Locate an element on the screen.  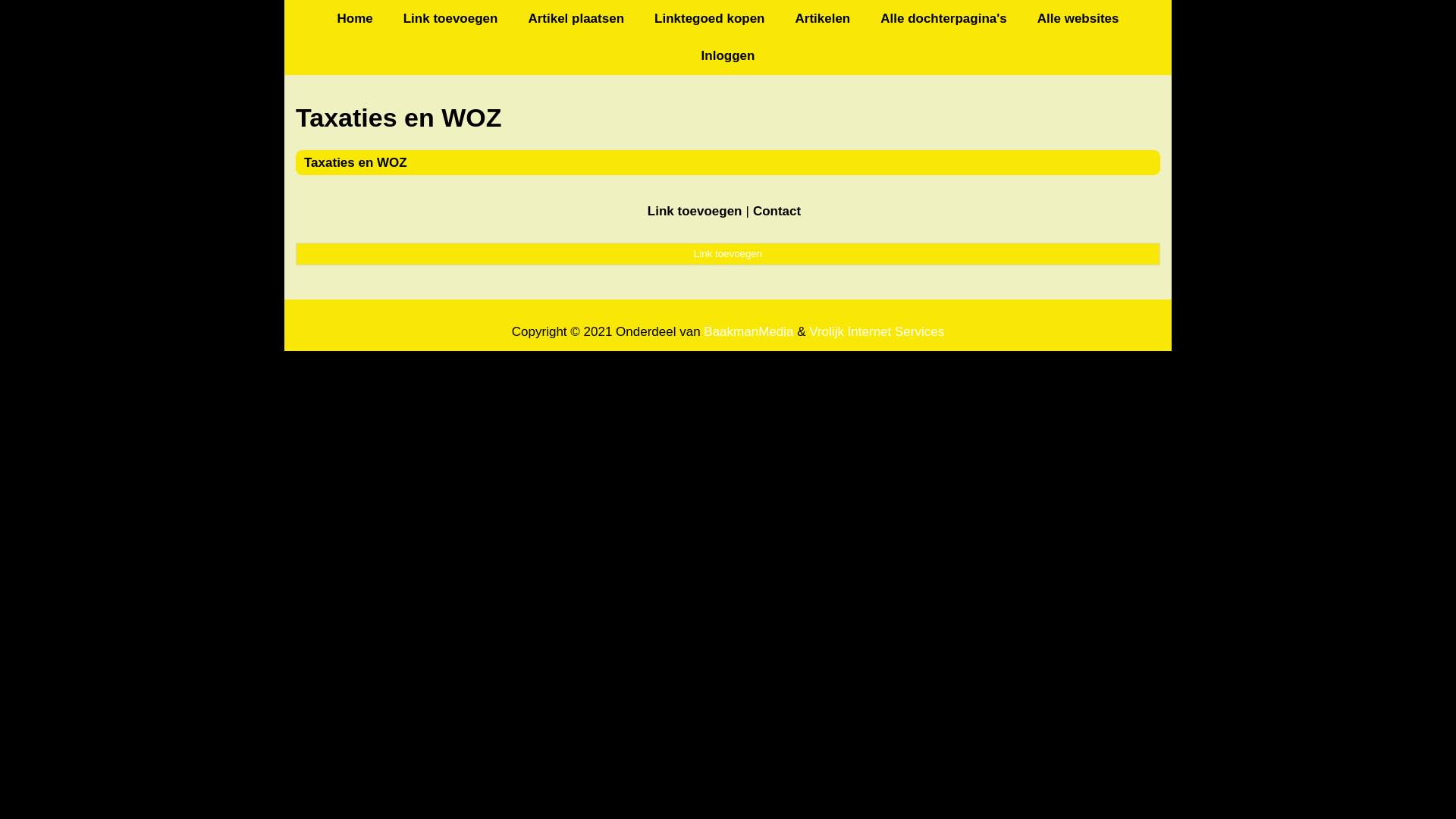
'Vrolijk Internet Services' is located at coordinates (877, 331).